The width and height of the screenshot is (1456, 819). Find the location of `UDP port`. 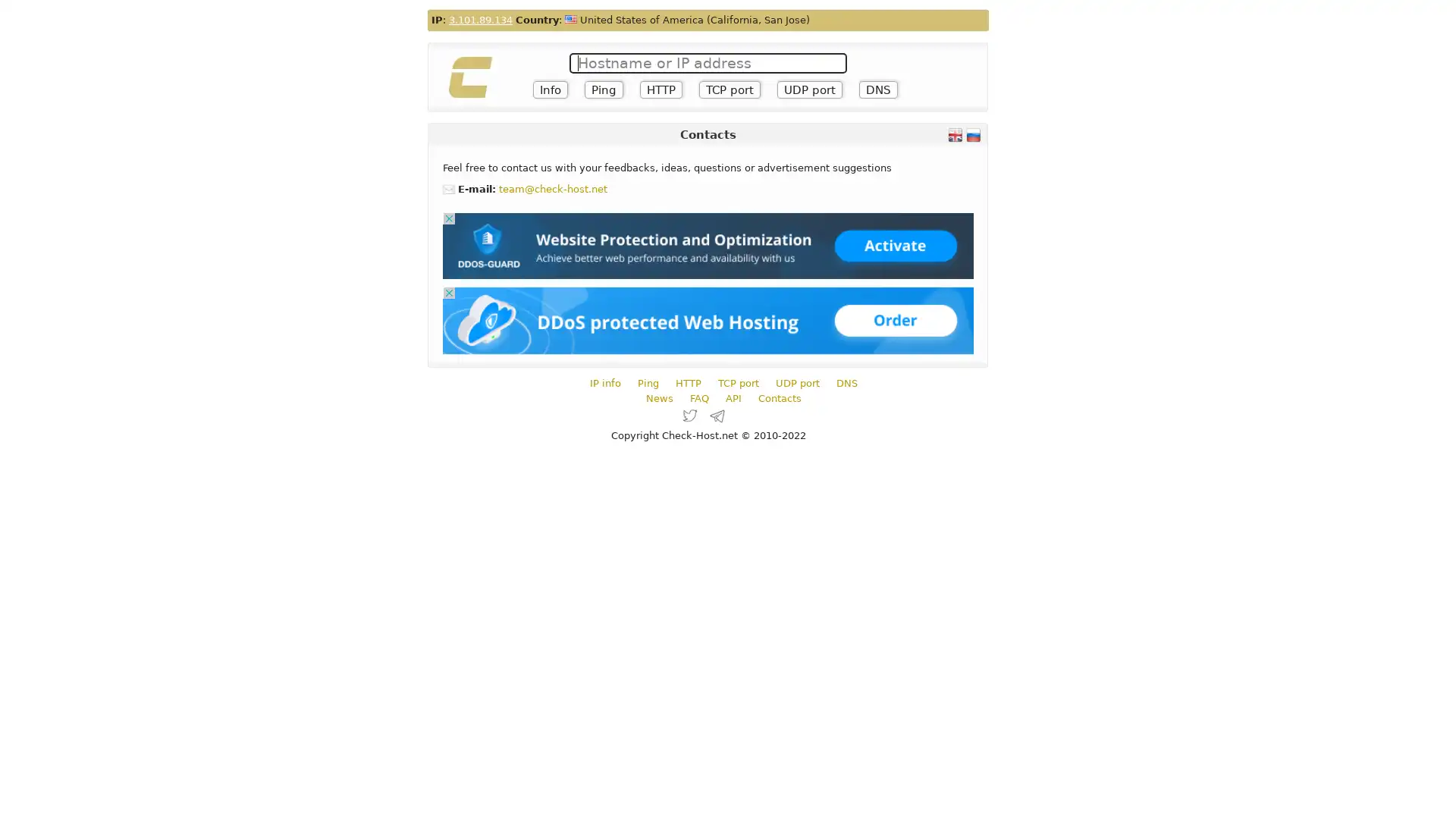

UDP port is located at coordinates (808, 89).